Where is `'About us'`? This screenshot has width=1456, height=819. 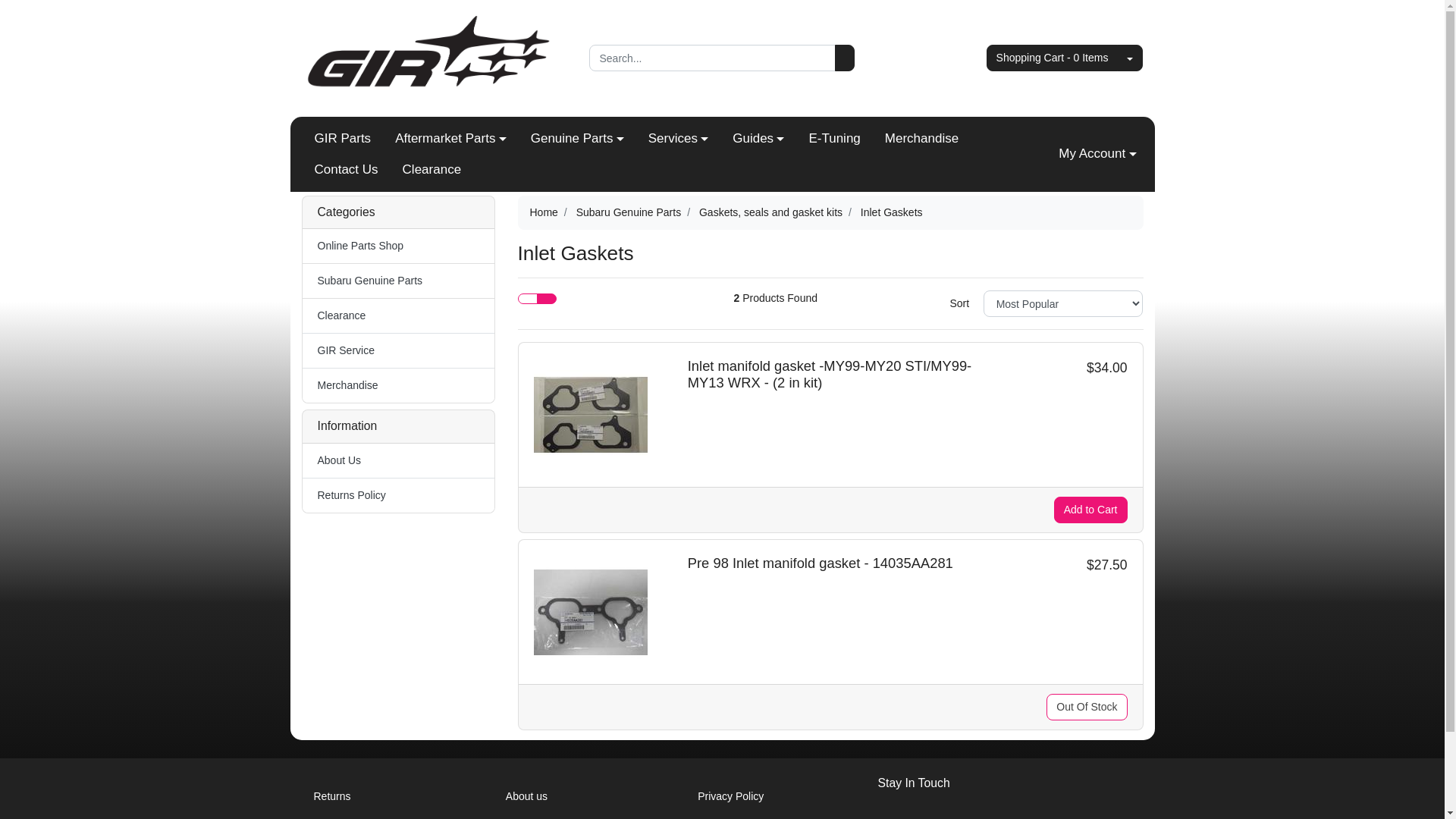 'About us' is located at coordinates (494, 795).